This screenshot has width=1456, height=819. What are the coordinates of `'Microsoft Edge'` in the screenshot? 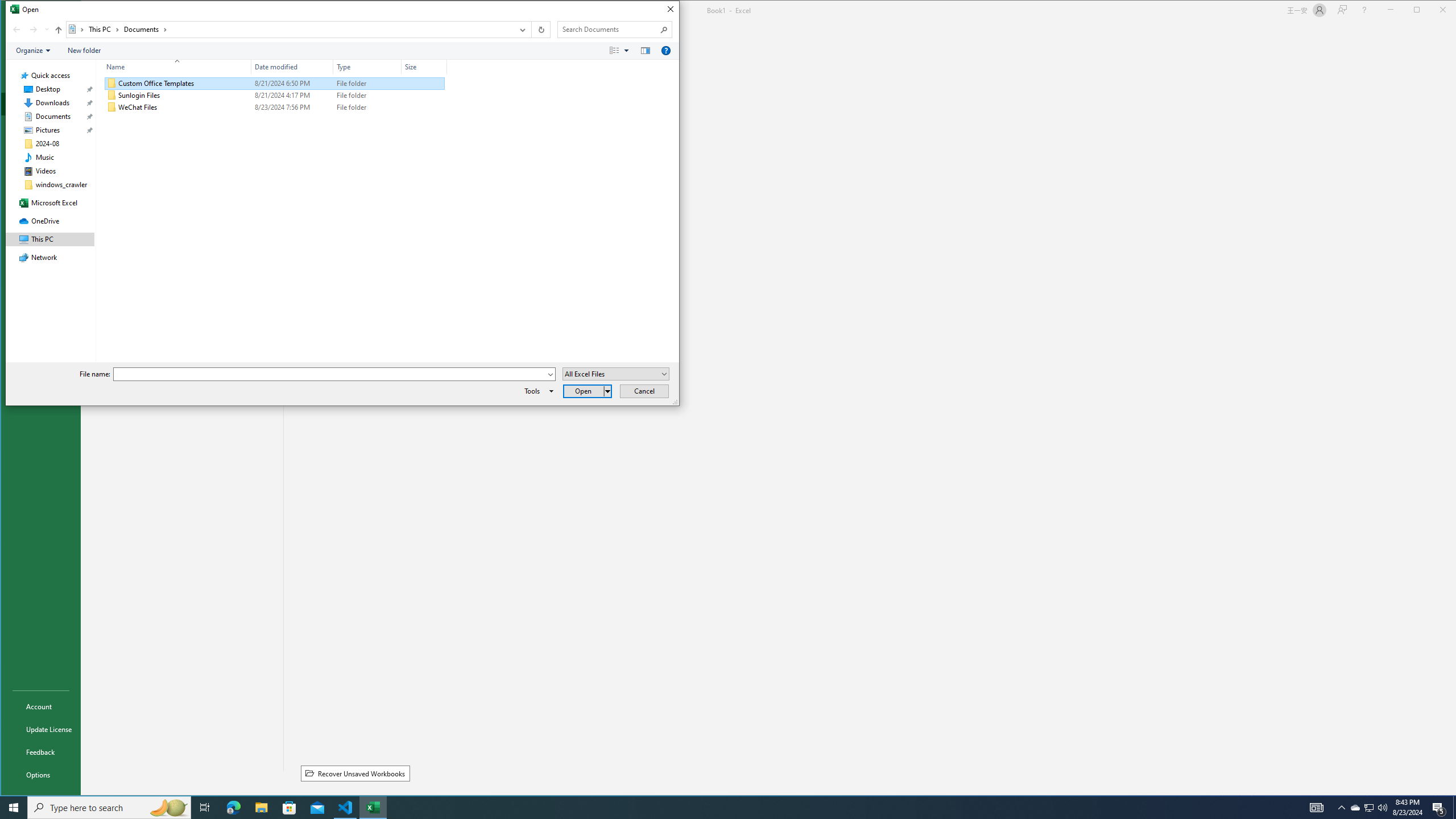 It's located at (233, 806).